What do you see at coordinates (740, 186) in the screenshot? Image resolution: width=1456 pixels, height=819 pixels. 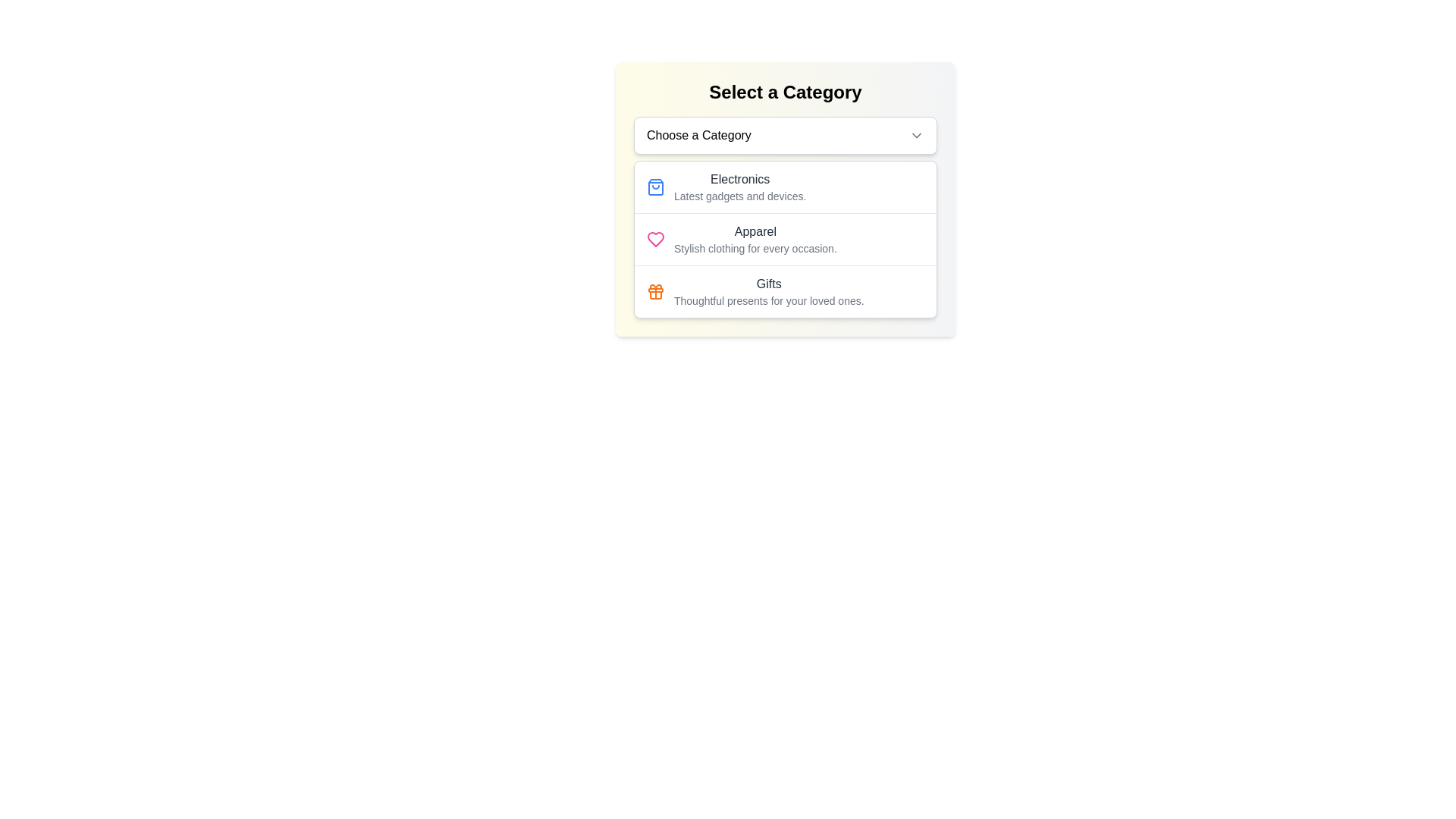 I see `the 'Electronics' text label, which has a bold title and a subtitle describing 'Latest gadgets and devices.' This element is the first item in the list beneath the 'Choose a Category' dropdown selector, located in the left section of a horizontal list item` at bounding box center [740, 186].